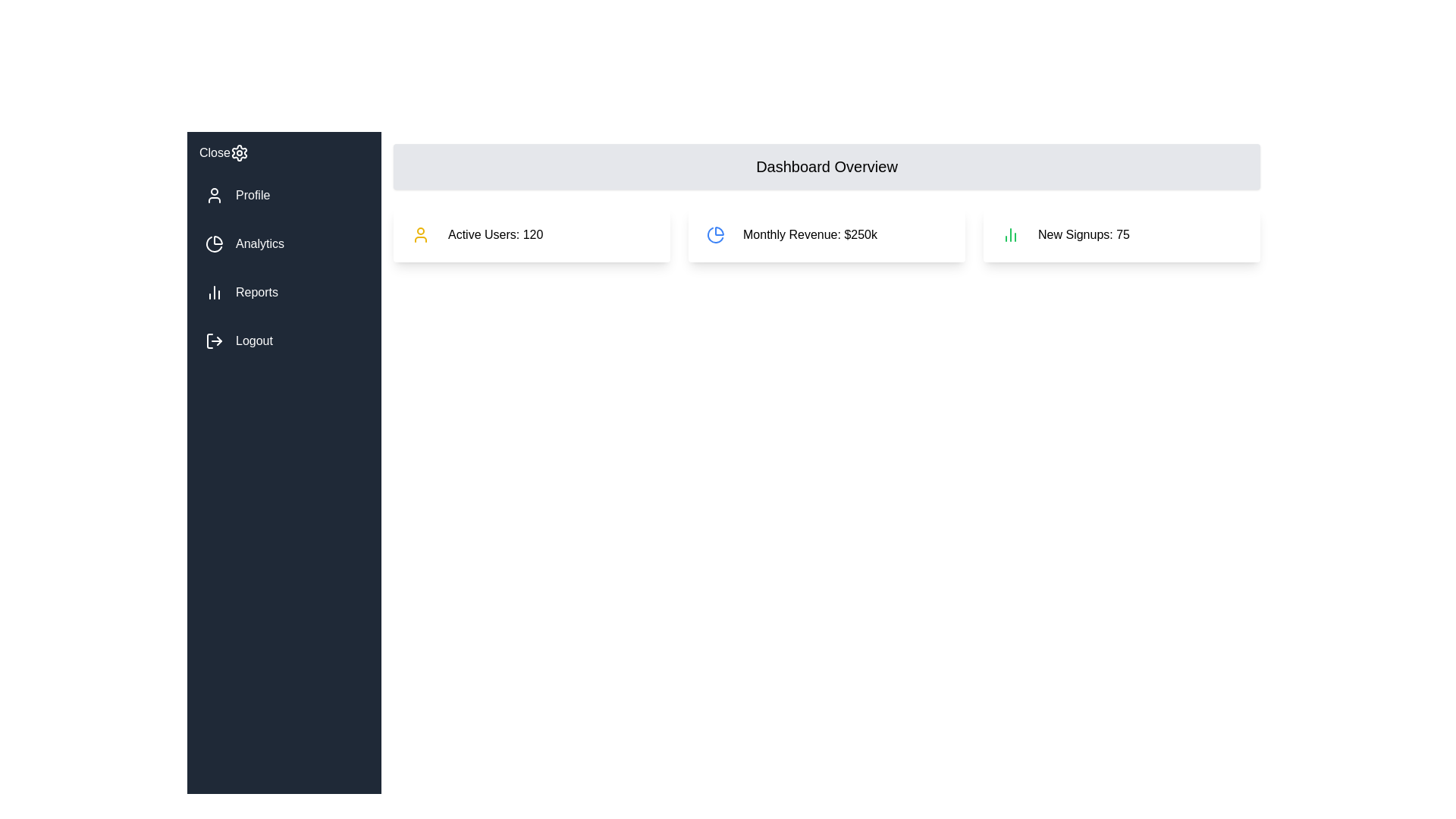  What do you see at coordinates (1122, 234) in the screenshot?
I see `the Informational Card displaying 'New Signups: 75', which is the third card in the grid located at the top-right corner` at bounding box center [1122, 234].